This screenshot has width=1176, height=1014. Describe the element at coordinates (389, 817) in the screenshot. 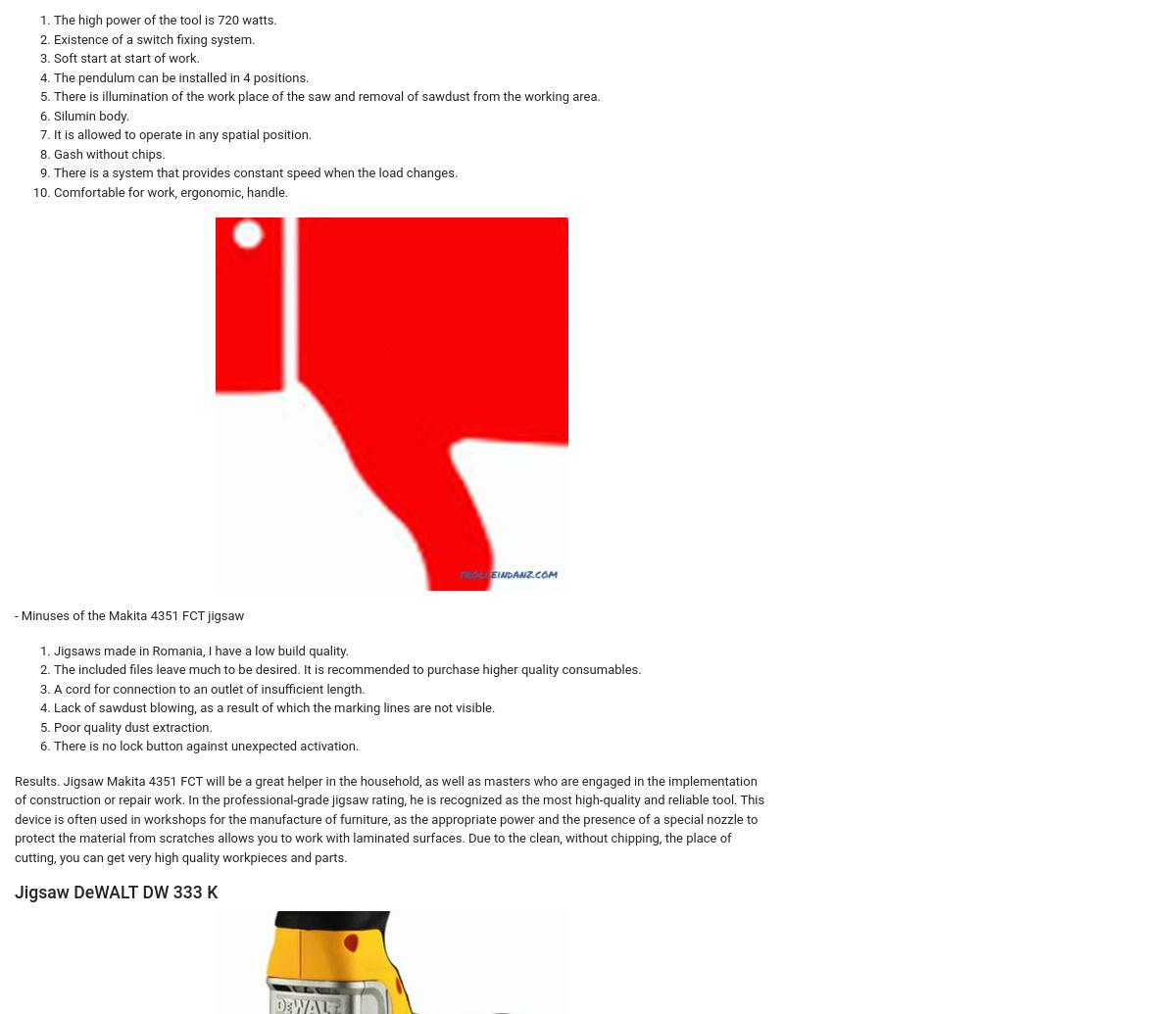

I see `'Results. Jigsaw Makita 4351 FCT will be a great helper in the household, as well as masters who are engaged in the implementation of construction or repair work. In the professional-grade jigsaw rating, he is recognized as the most high-quality and reliable tool. This device is often used in workshops for the manufacture of furniture, as the appropriate power and the presence of a special nozzle to protect the material from scratches allows you to work with laminated surfaces. Due to the clean, without chipping, the place of cutting, you can get very high quality workpieces and parts.'` at that location.